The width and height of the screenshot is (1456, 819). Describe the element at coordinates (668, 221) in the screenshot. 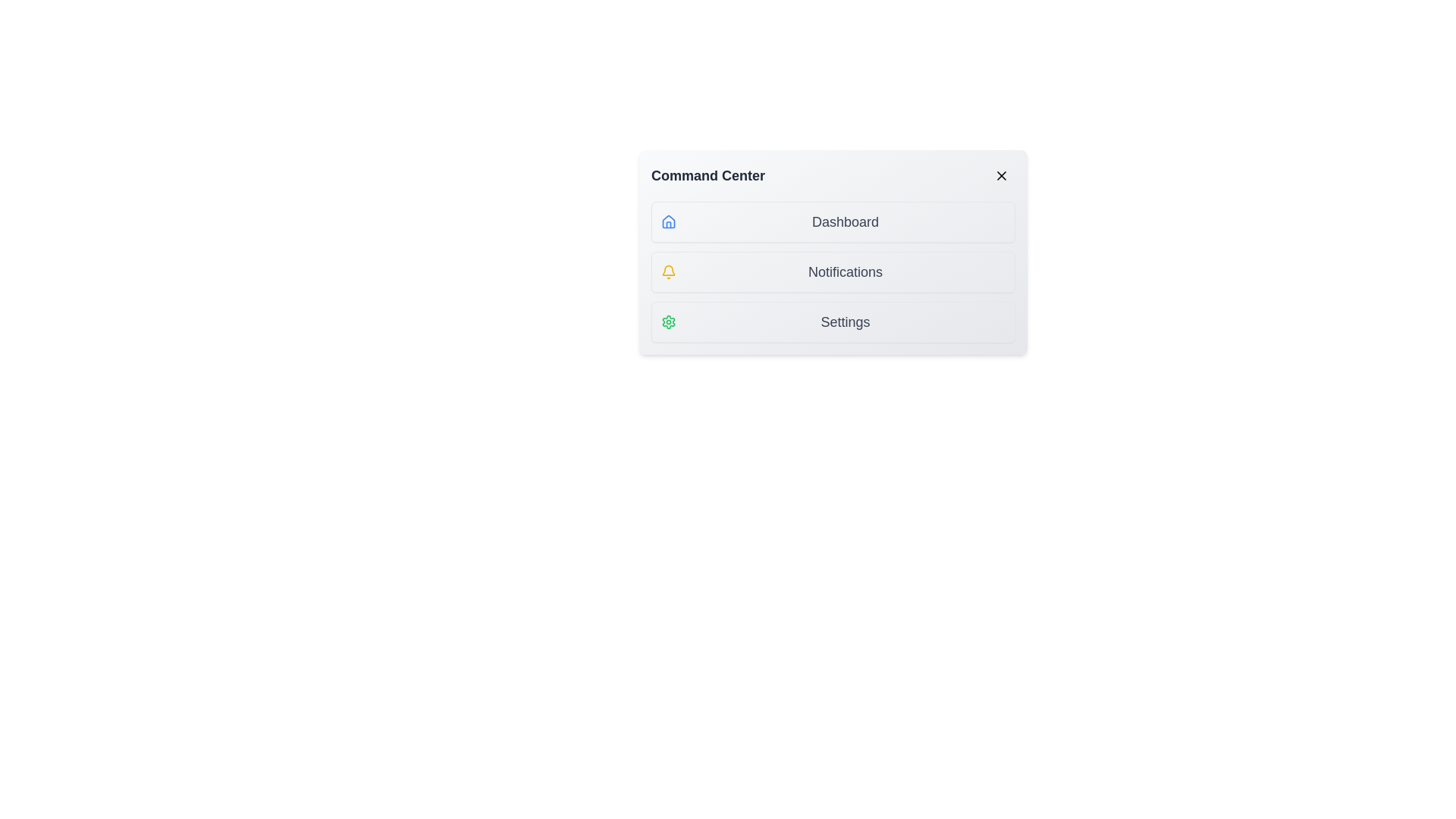

I see `the house-shaped icon with a blue border located next to 'Dashboard'` at that location.